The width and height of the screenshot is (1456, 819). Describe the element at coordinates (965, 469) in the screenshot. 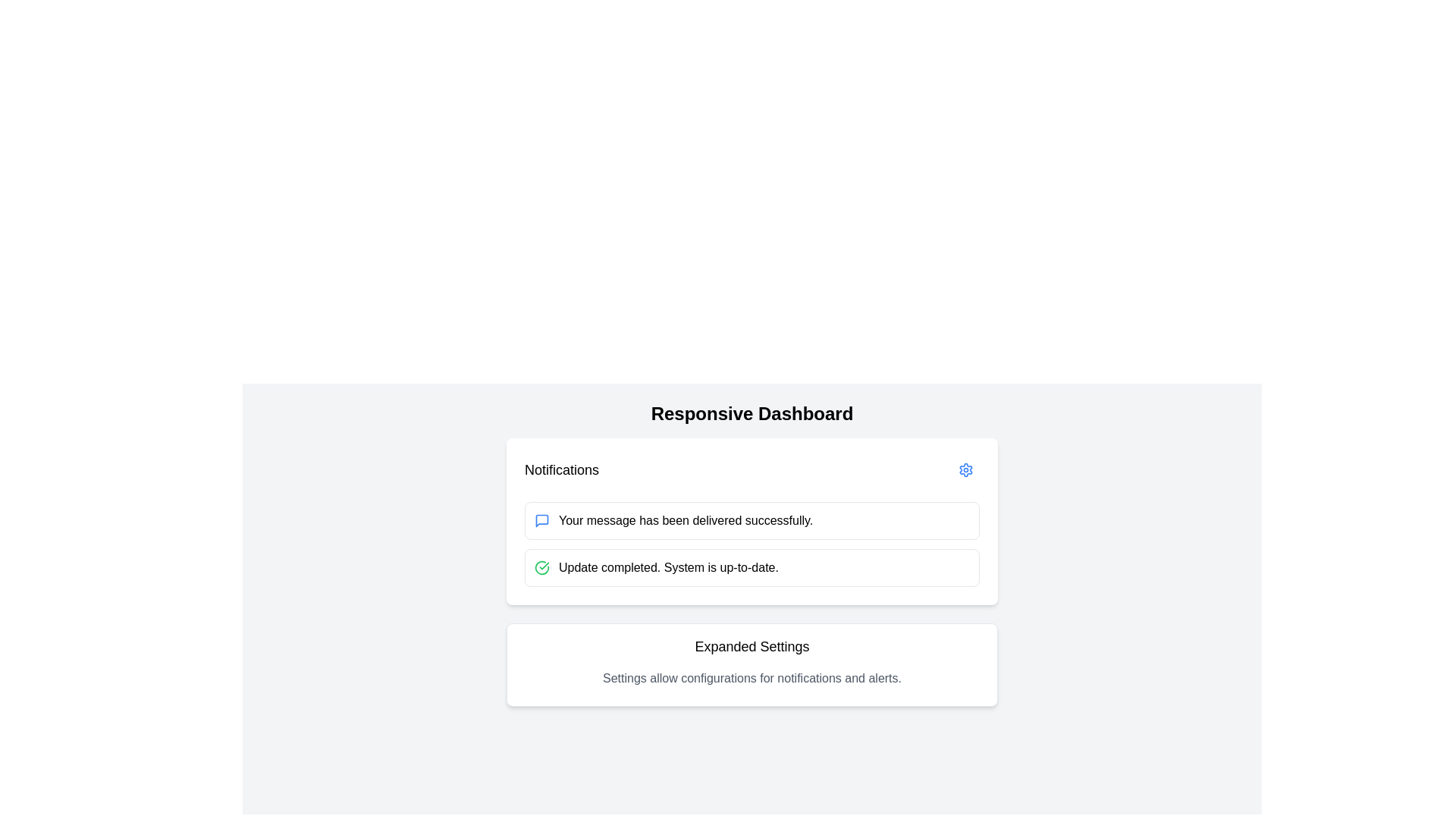

I see `the gear icon button` at that location.